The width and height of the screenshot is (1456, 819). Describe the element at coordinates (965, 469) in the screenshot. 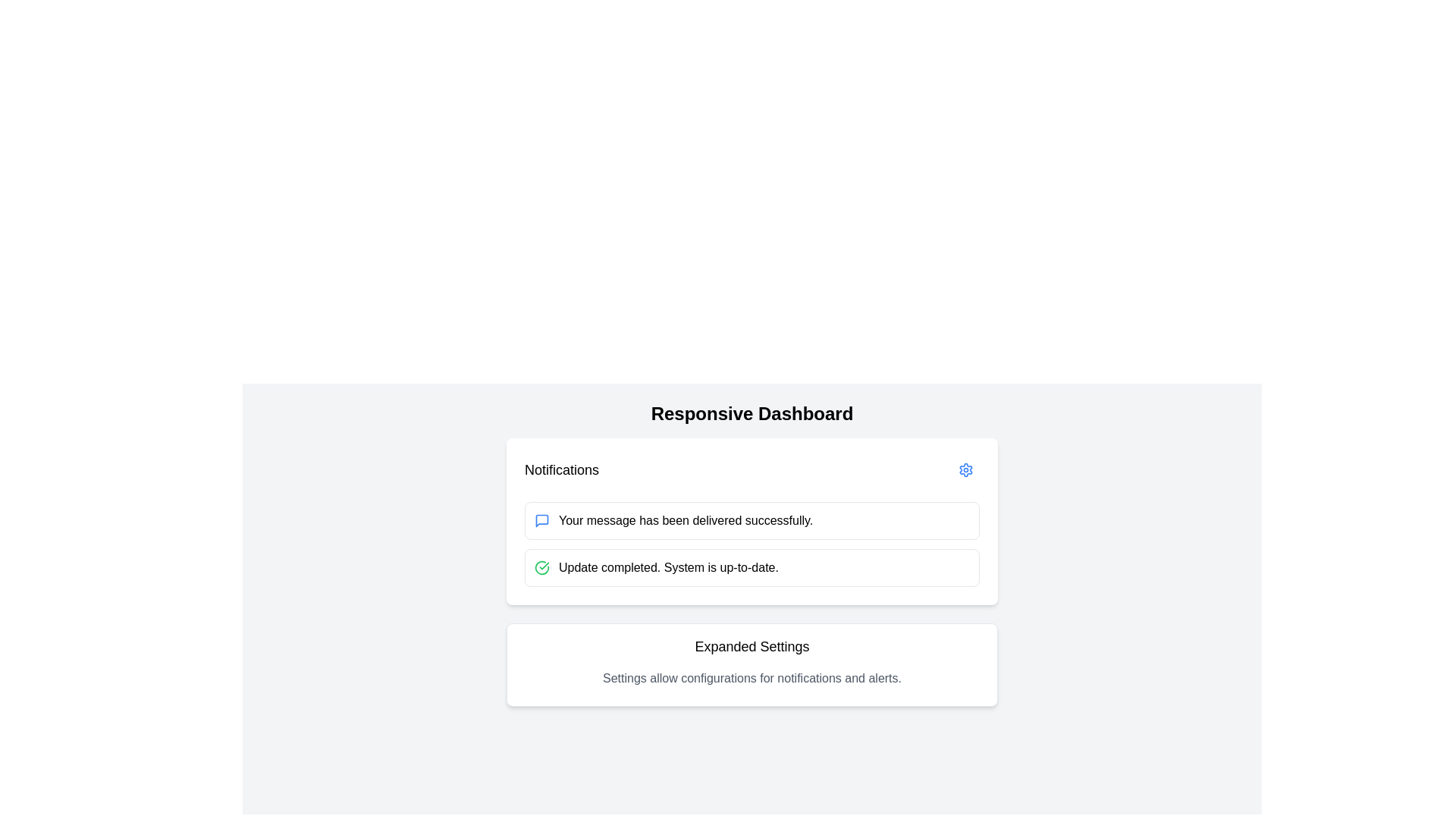

I see `the gear icon button` at that location.